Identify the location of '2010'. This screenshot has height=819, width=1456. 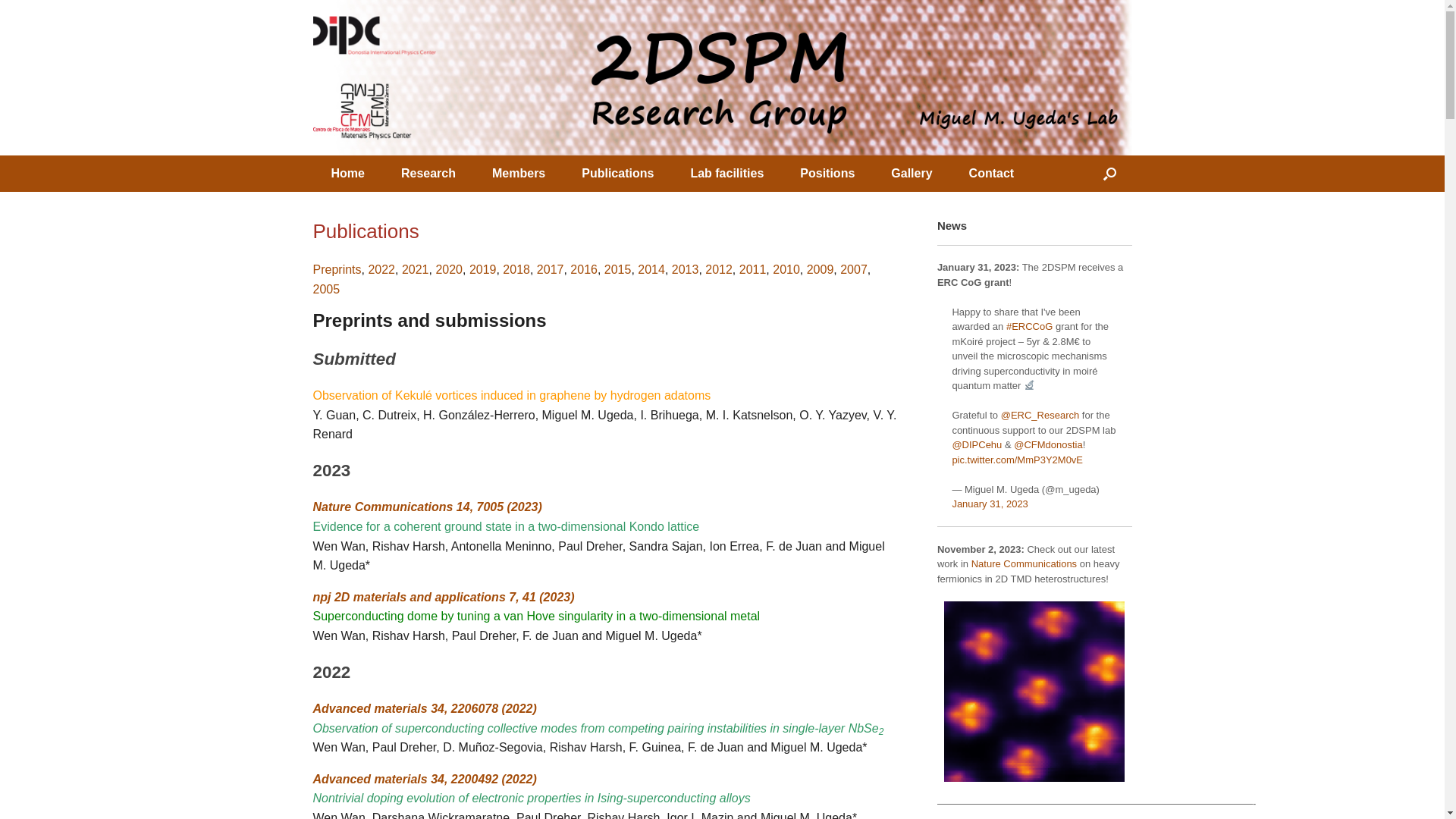
(786, 268).